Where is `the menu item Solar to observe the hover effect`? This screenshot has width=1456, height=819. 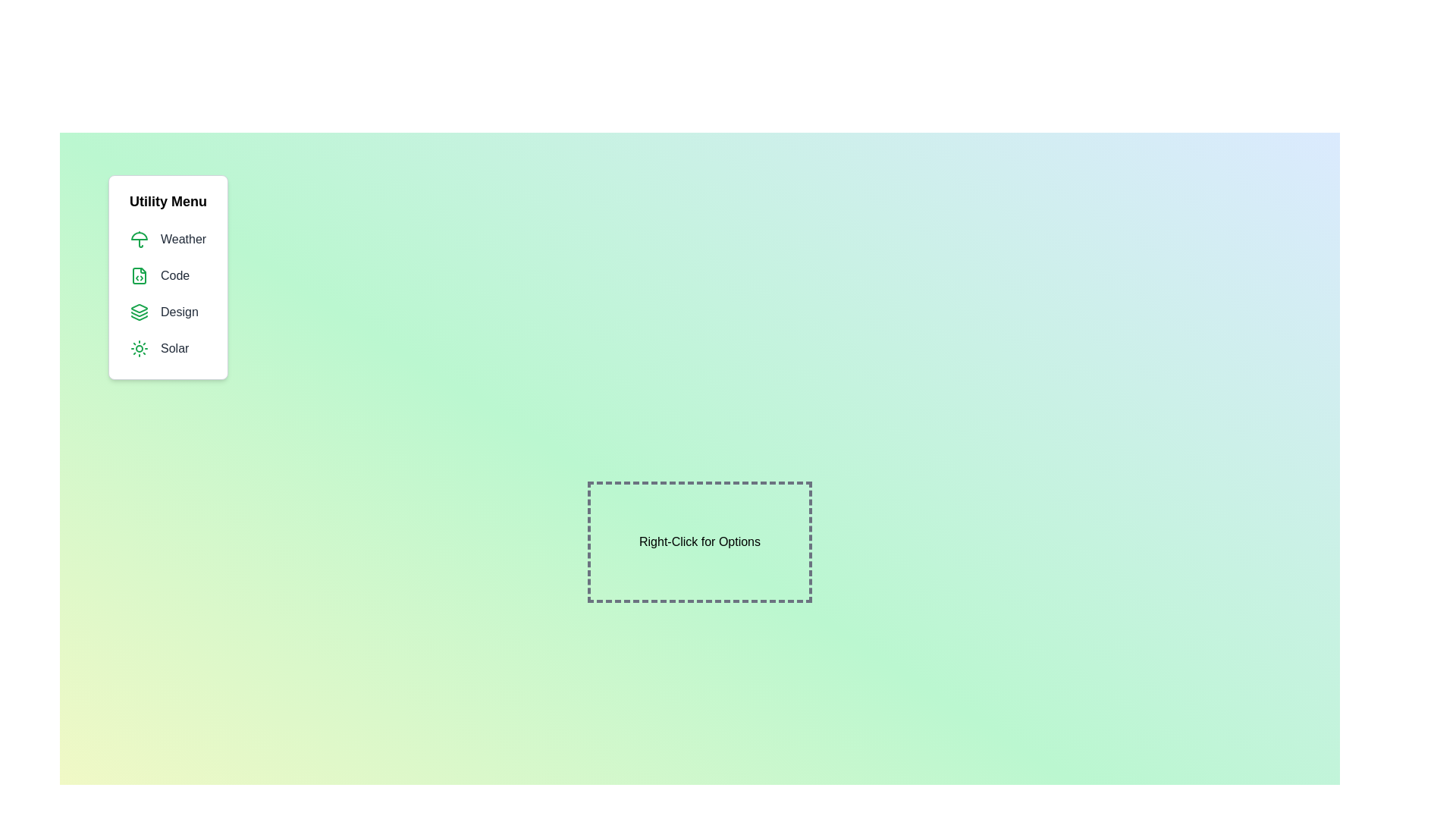 the menu item Solar to observe the hover effect is located at coordinates (168, 348).